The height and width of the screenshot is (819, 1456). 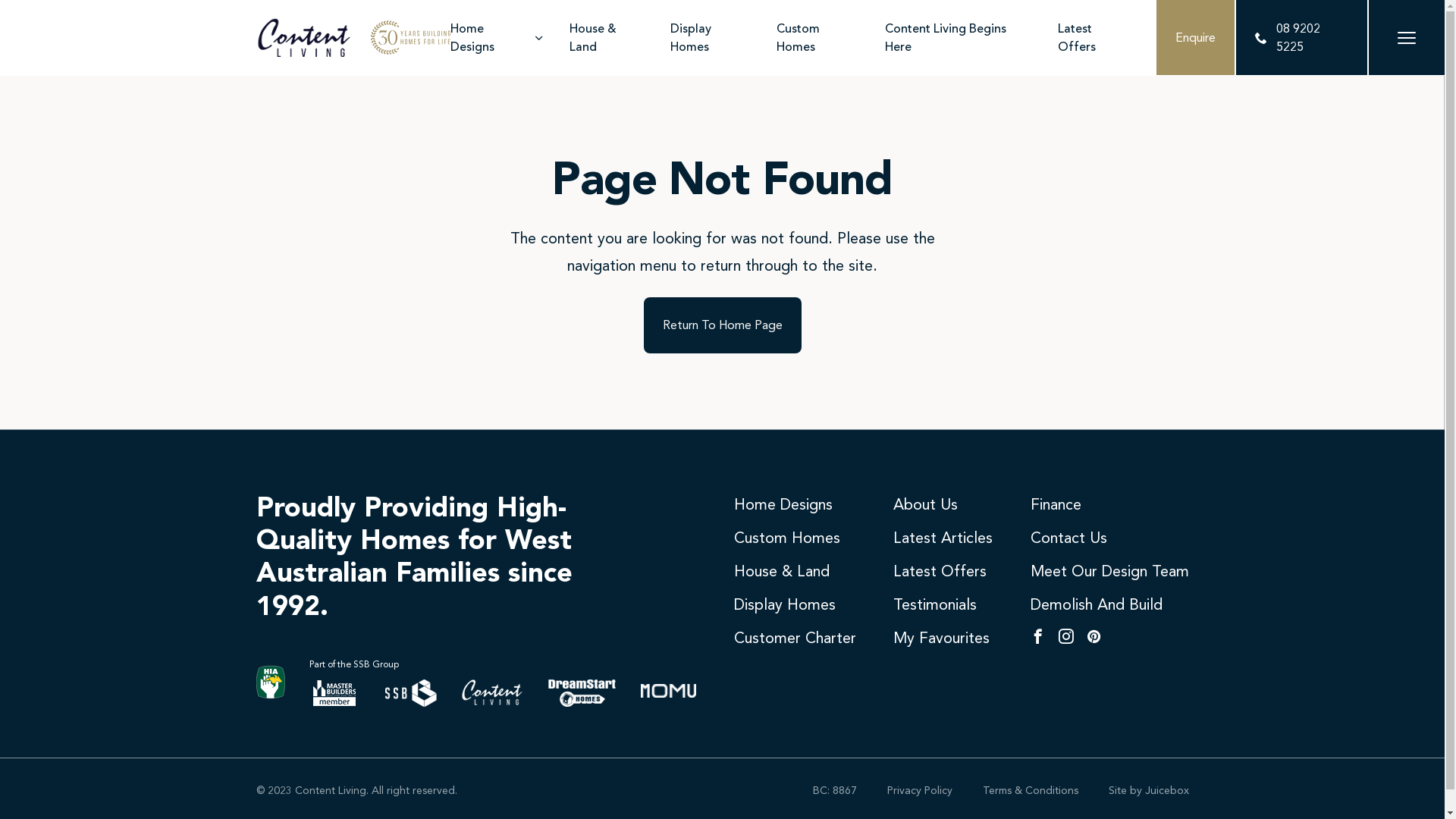 What do you see at coordinates (1037, 637) in the screenshot?
I see `'Facebook'` at bounding box center [1037, 637].